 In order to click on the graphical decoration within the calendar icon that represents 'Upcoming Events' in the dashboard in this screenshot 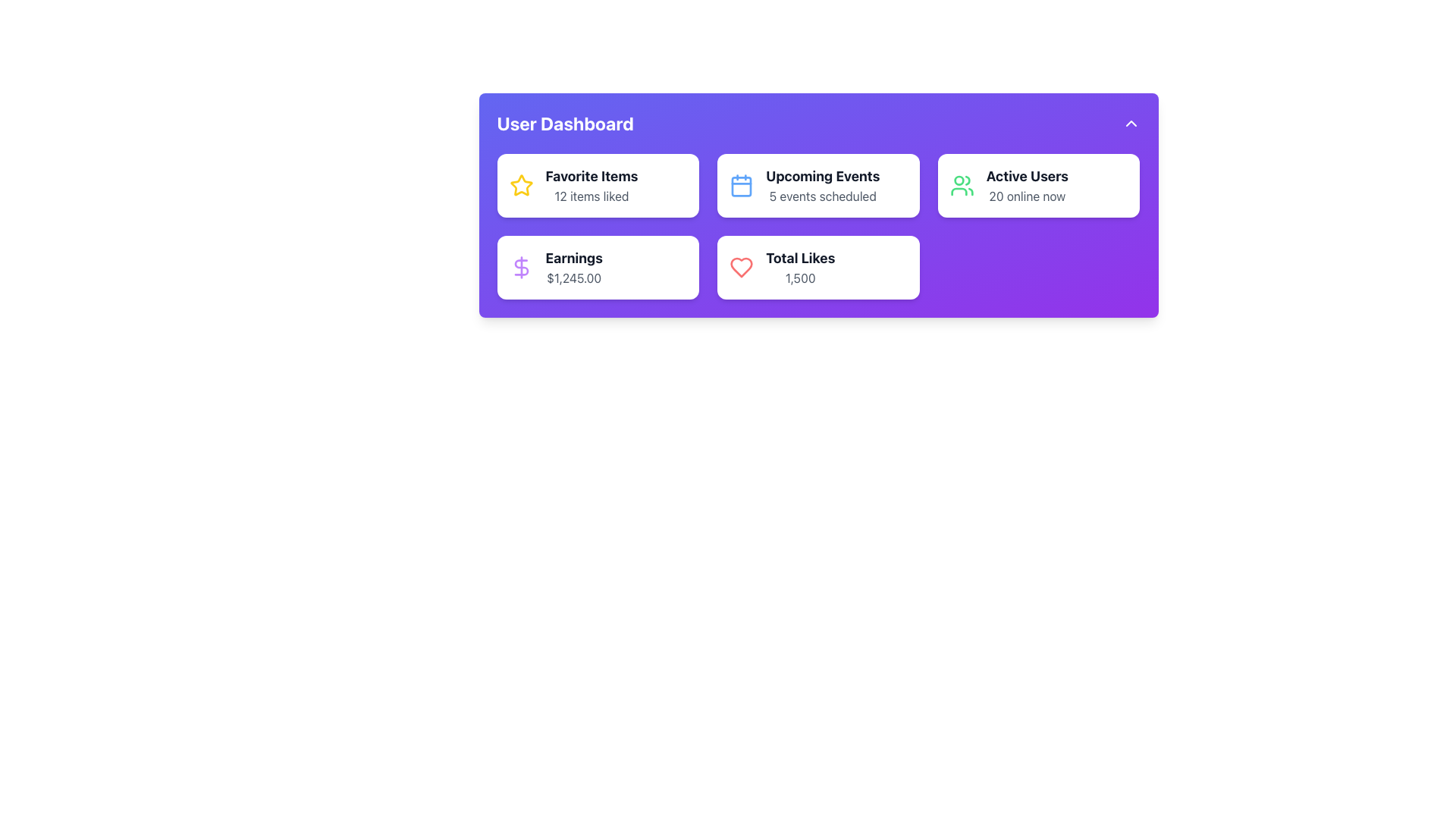, I will do `click(742, 186)`.